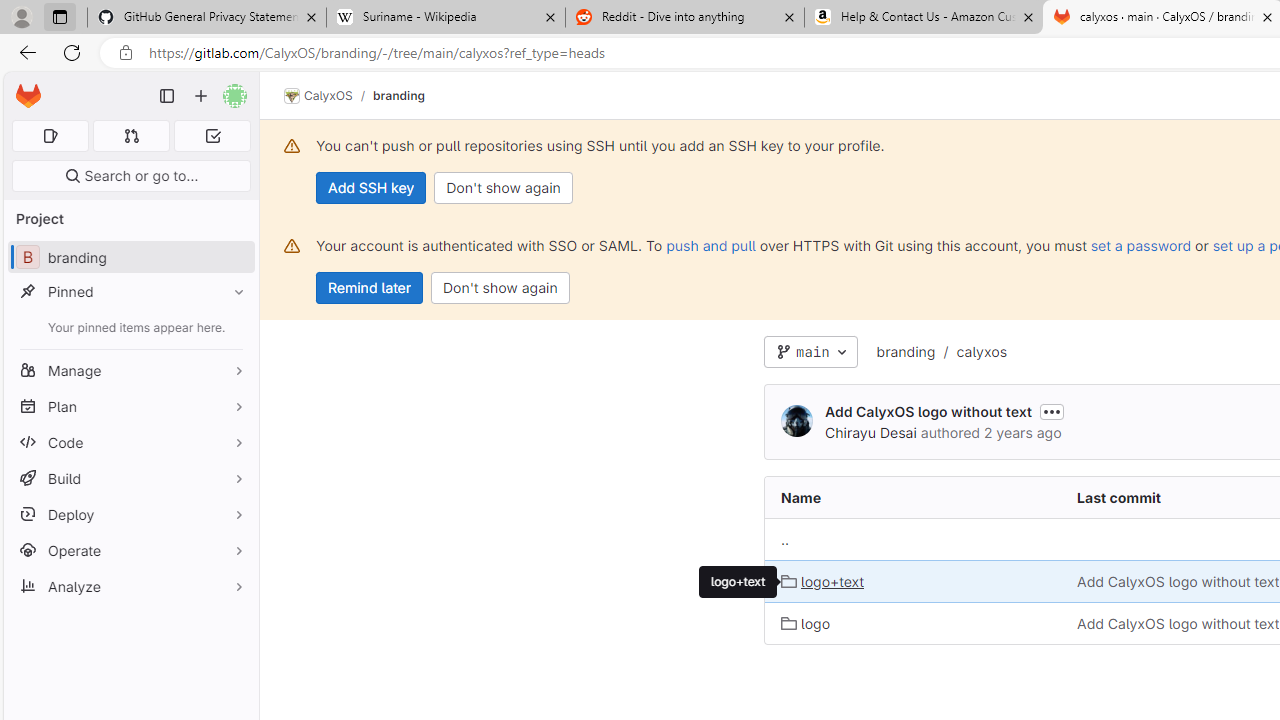  Describe the element at coordinates (328, 96) in the screenshot. I see `'CalyxOS/'` at that location.